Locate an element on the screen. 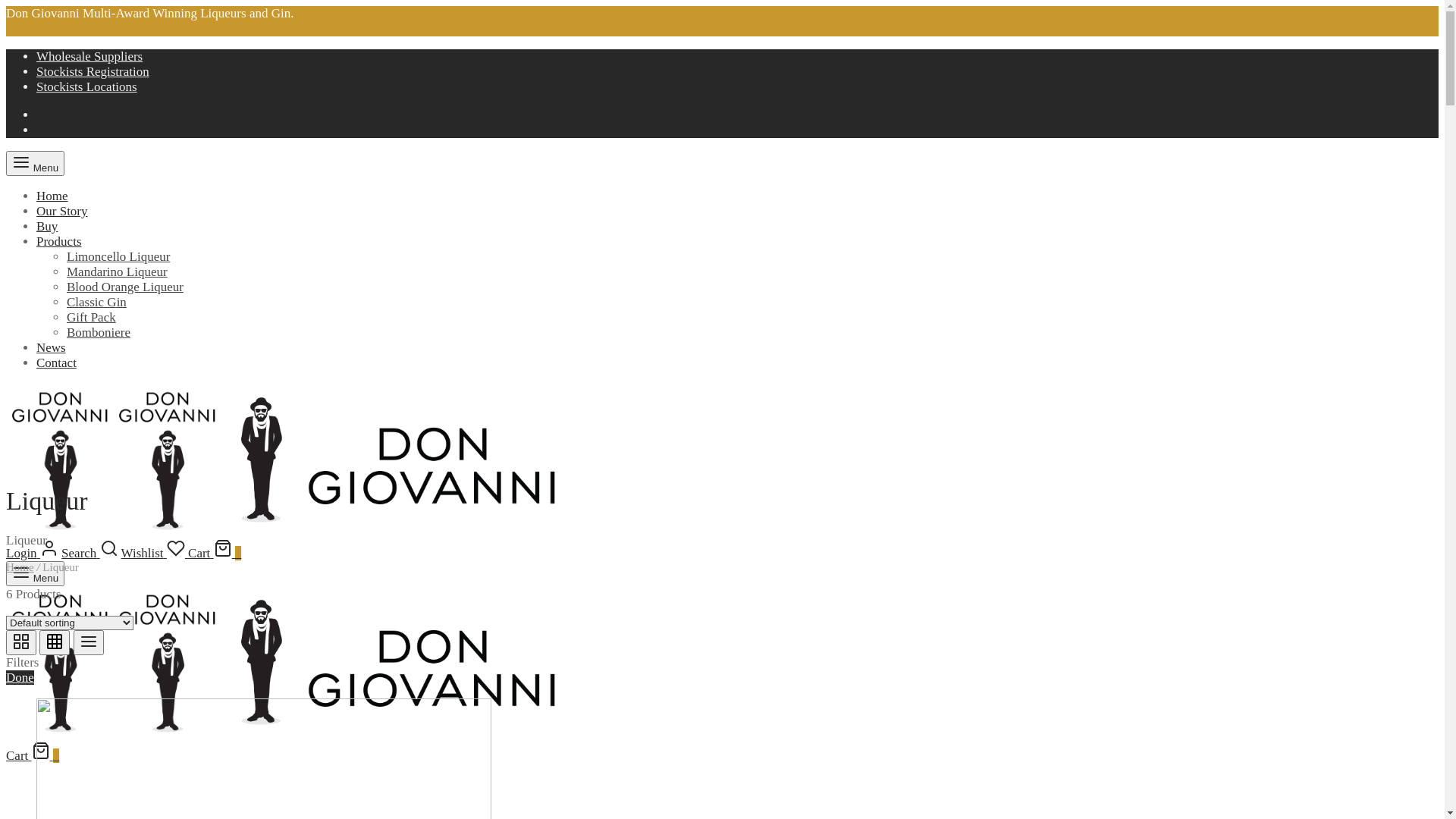  'Blood Orange Liqueur' is located at coordinates (124, 287).